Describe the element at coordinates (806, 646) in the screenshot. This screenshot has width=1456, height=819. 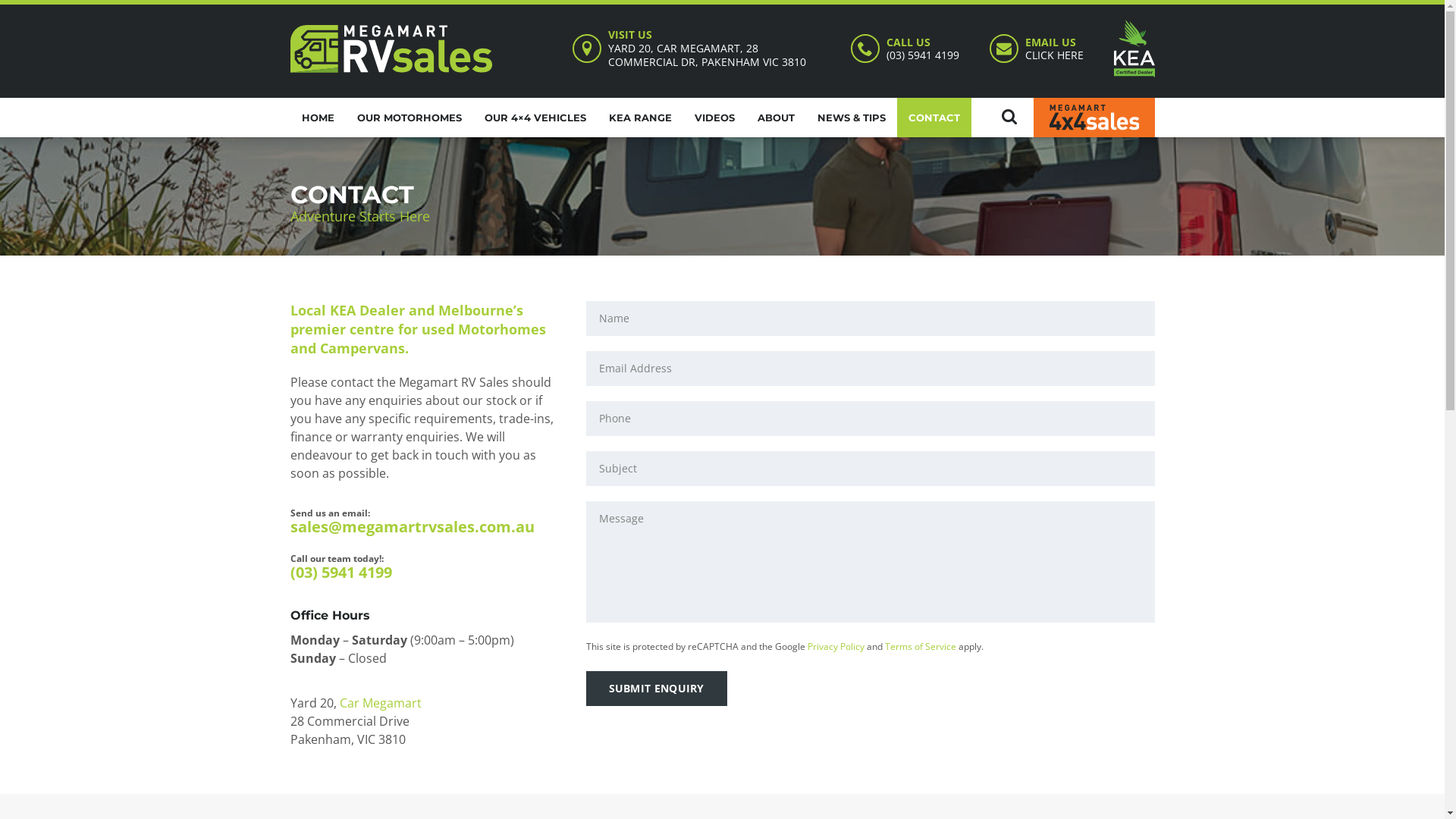
I see `'Privacy Policy'` at that location.